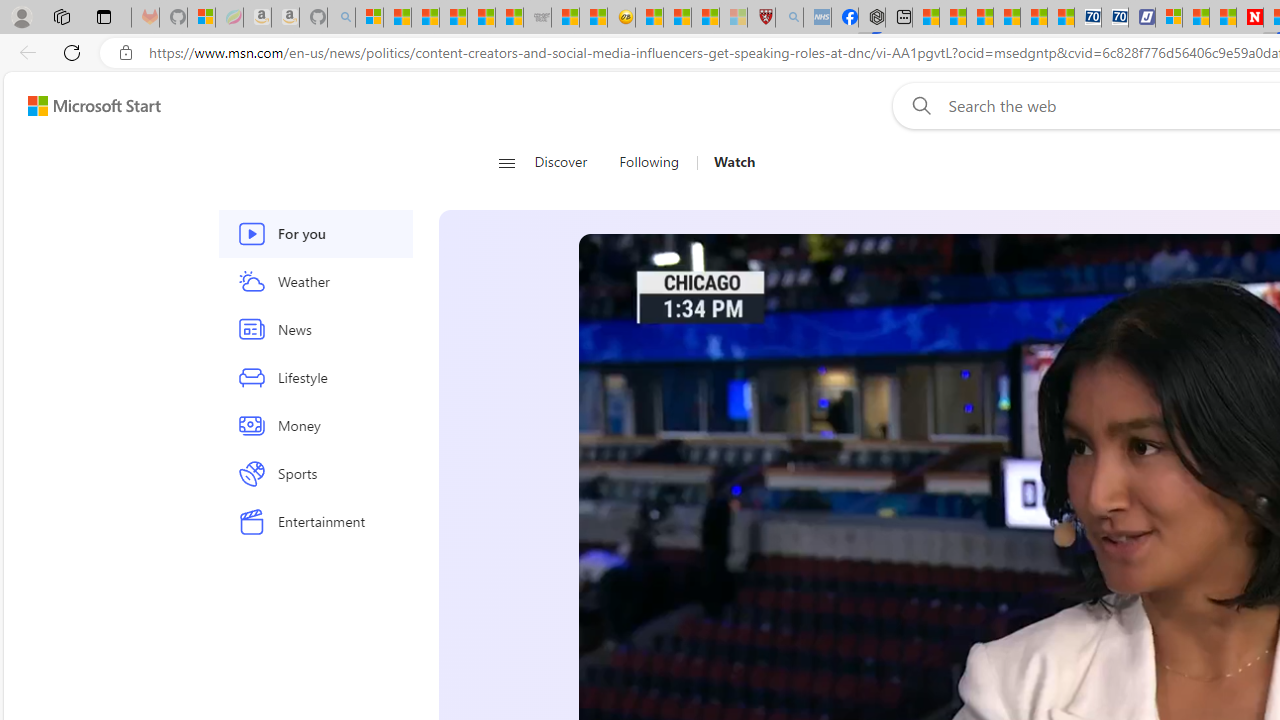 This screenshot has width=1280, height=720. What do you see at coordinates (1087, 17) in the screenshot?
I see `'Cheap Car Rentals - Save70.com'` at bounding box center [1087, 17].